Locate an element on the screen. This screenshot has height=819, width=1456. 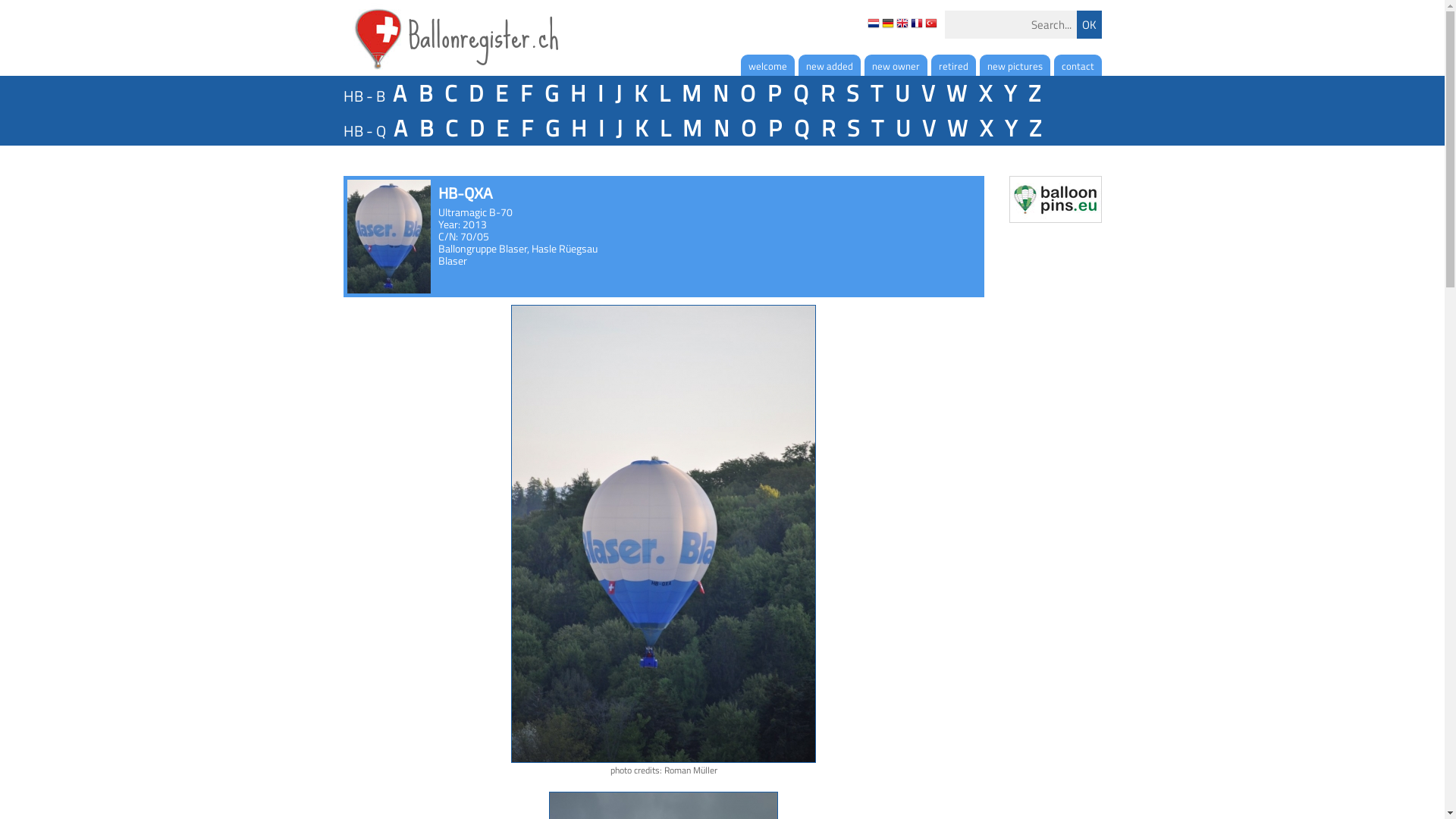
'V' is located at coordinates (927, 127).